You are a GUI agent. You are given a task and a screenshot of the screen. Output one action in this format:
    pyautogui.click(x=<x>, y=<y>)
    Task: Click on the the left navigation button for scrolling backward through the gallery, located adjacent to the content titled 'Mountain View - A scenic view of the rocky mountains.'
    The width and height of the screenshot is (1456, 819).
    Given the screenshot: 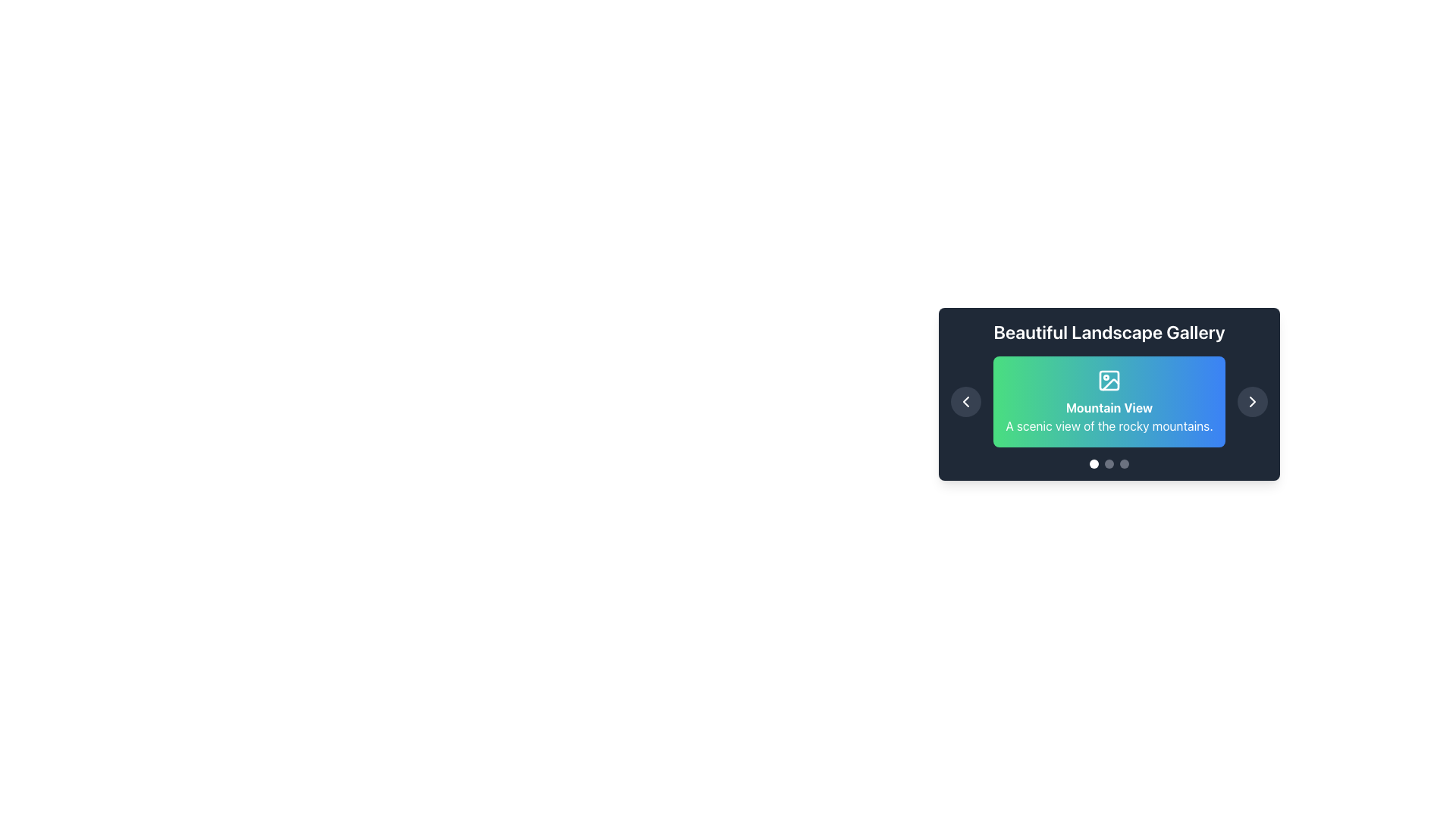 What is the action you would take?
    pyautogui.click(x=965, y=400)
    